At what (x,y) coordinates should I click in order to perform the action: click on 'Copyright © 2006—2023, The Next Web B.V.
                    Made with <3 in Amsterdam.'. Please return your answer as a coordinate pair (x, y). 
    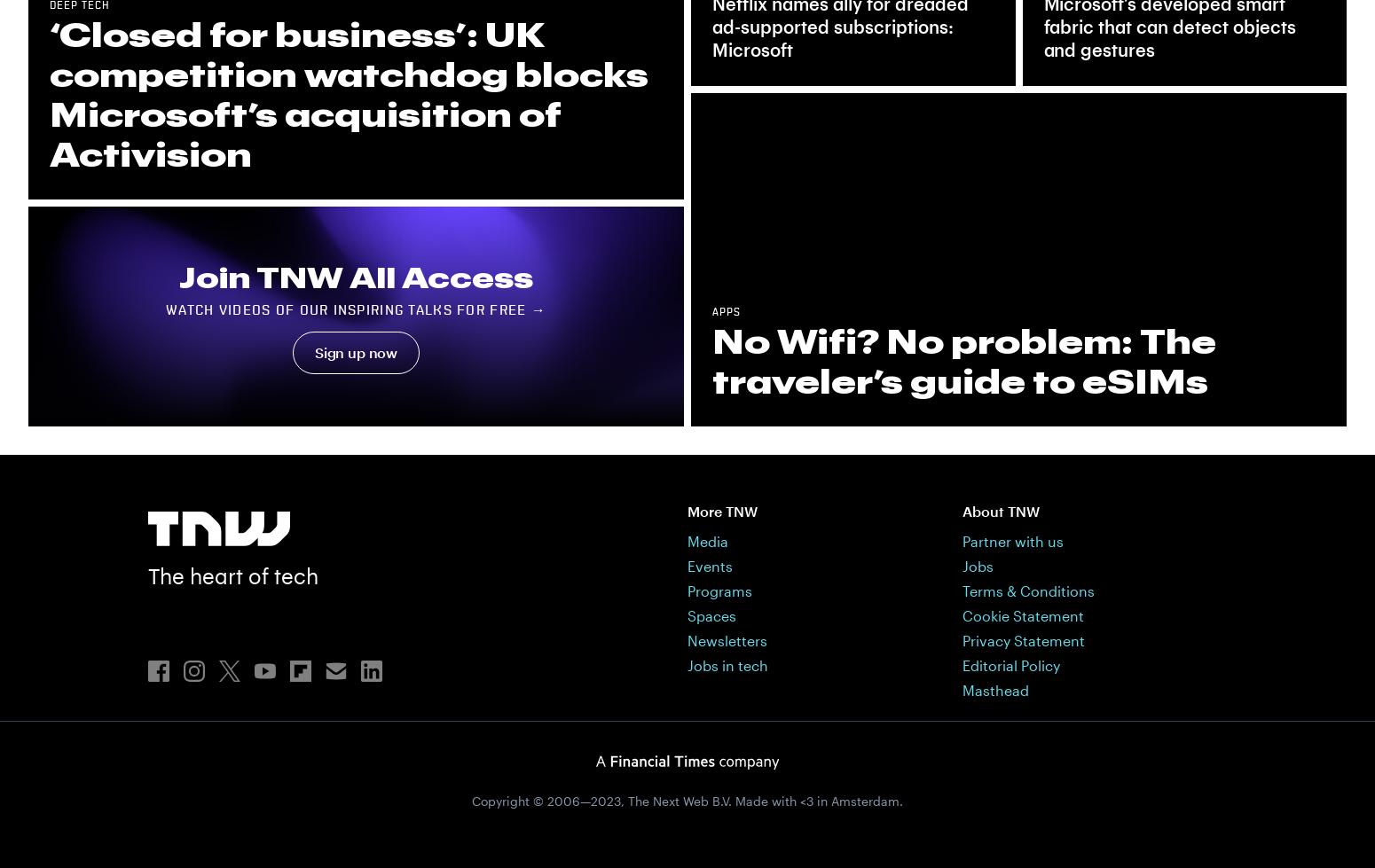
    Looking at the image, I should click on (470, 800).